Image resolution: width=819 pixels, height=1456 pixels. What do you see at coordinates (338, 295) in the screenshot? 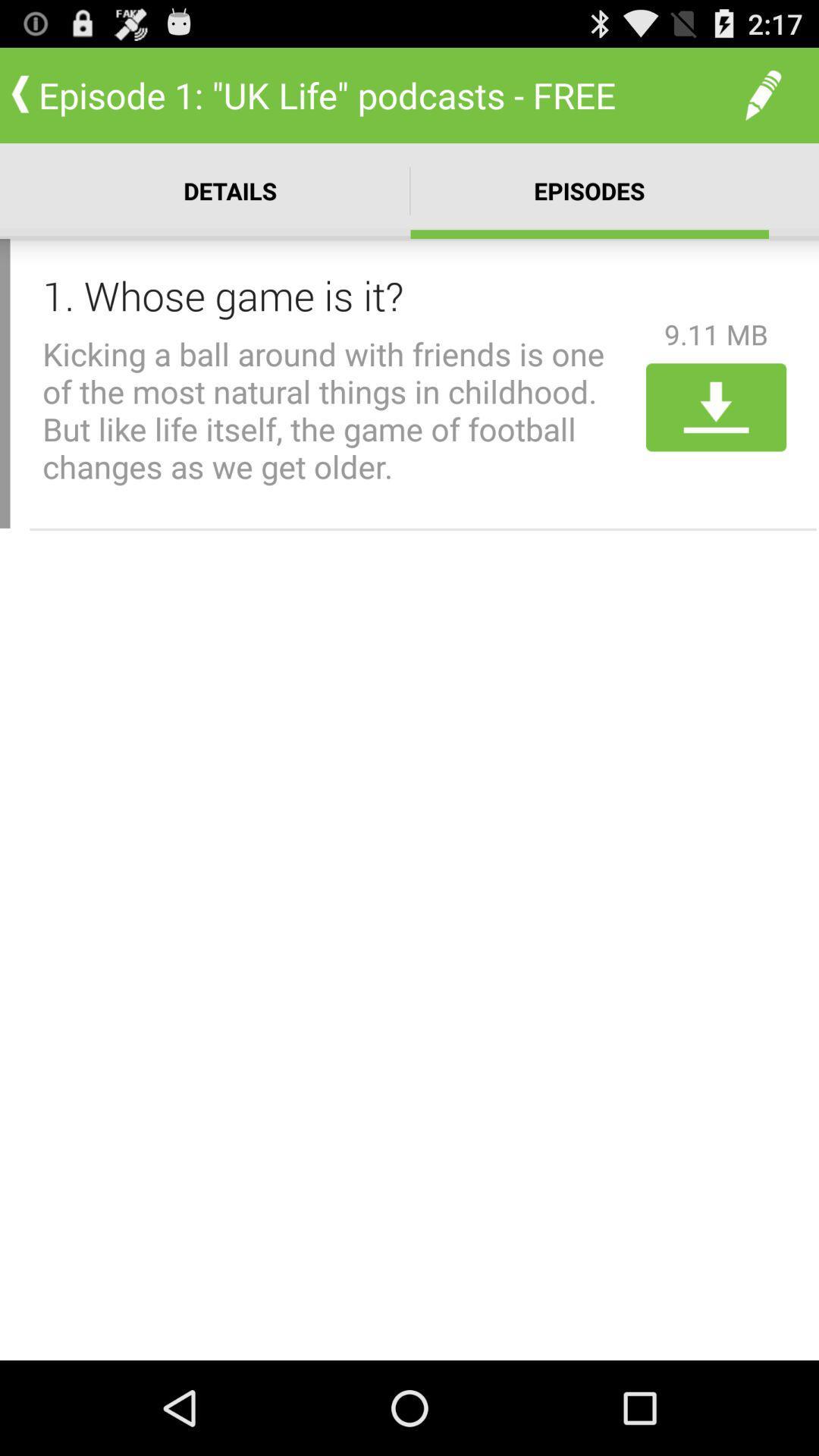
I see `the item above the kicking a ball app` at bounding box center [338, 295].